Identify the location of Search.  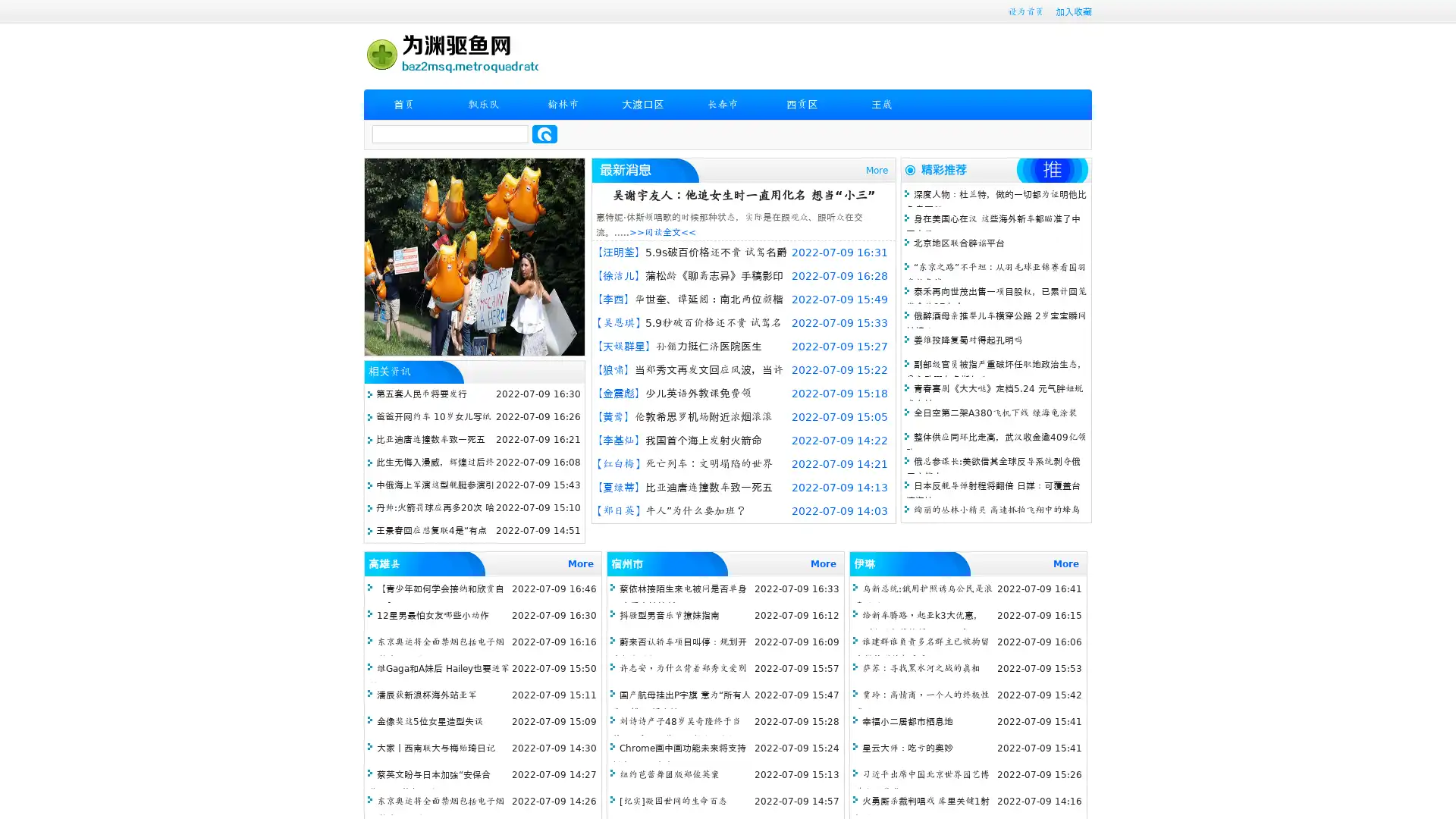
(544, 133).